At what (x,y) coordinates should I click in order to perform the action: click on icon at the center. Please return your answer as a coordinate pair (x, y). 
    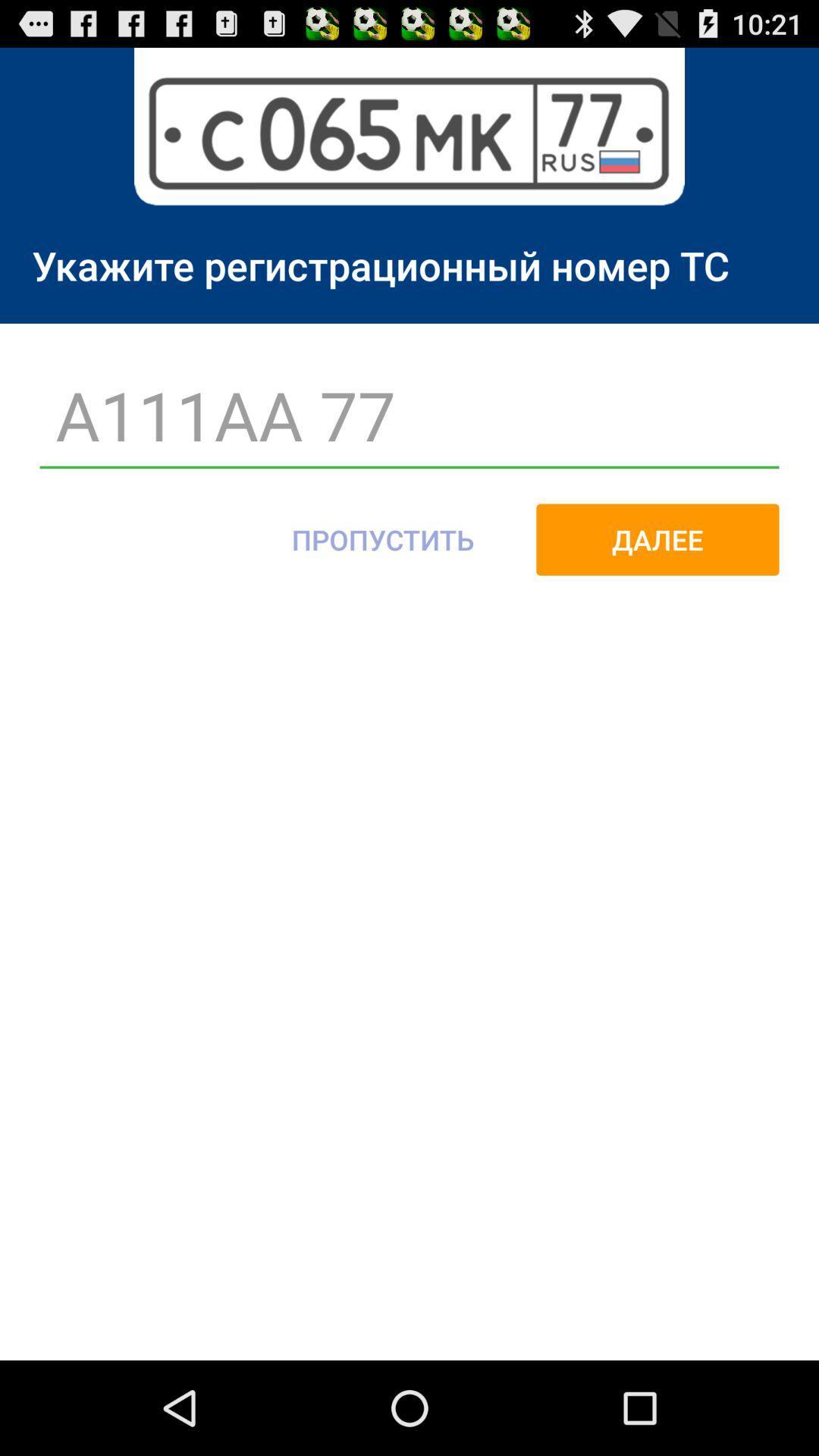
    Looking at the image, I should click on (382, 539).